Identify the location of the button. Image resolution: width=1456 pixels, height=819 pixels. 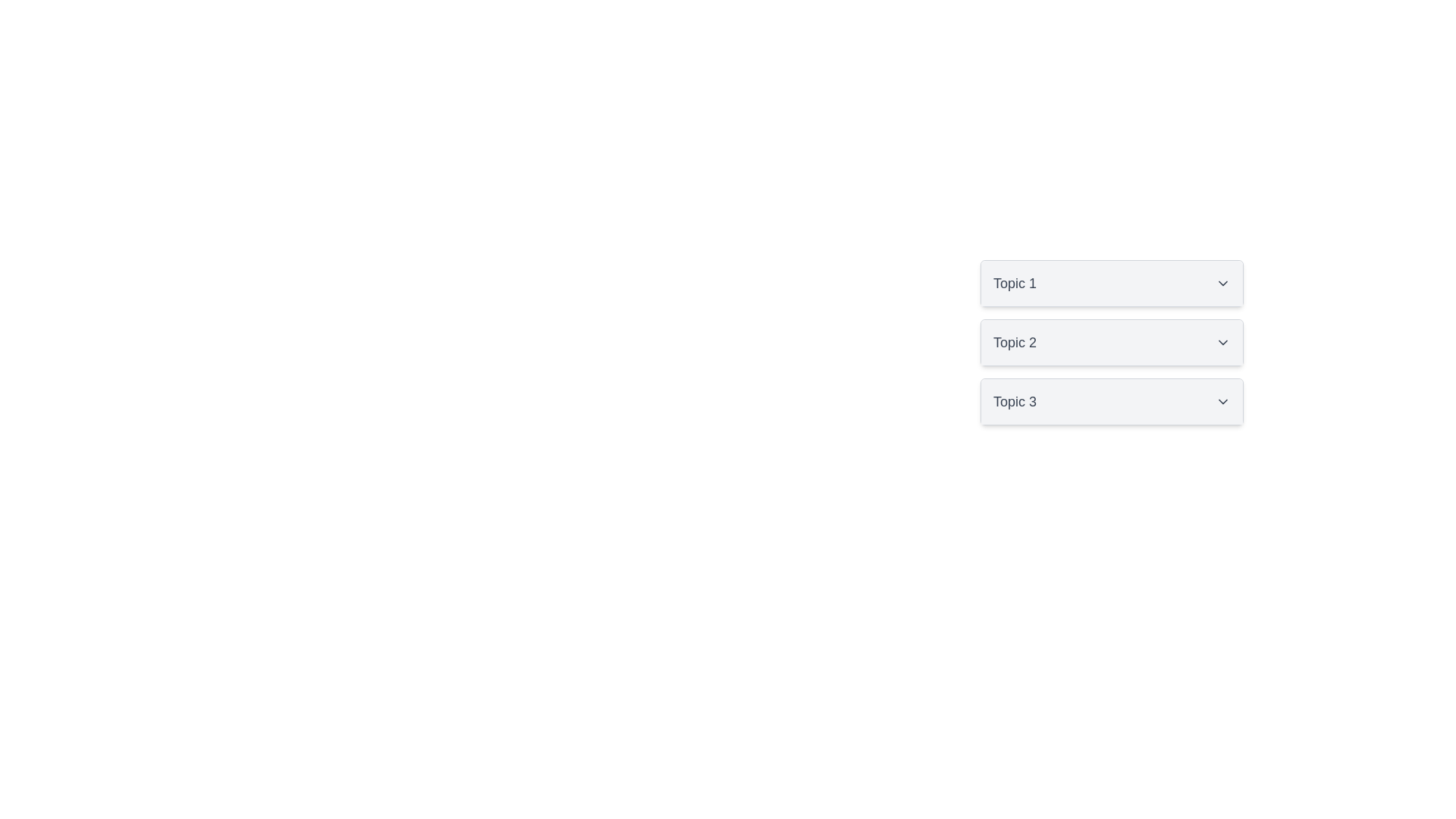
(1112, 342).